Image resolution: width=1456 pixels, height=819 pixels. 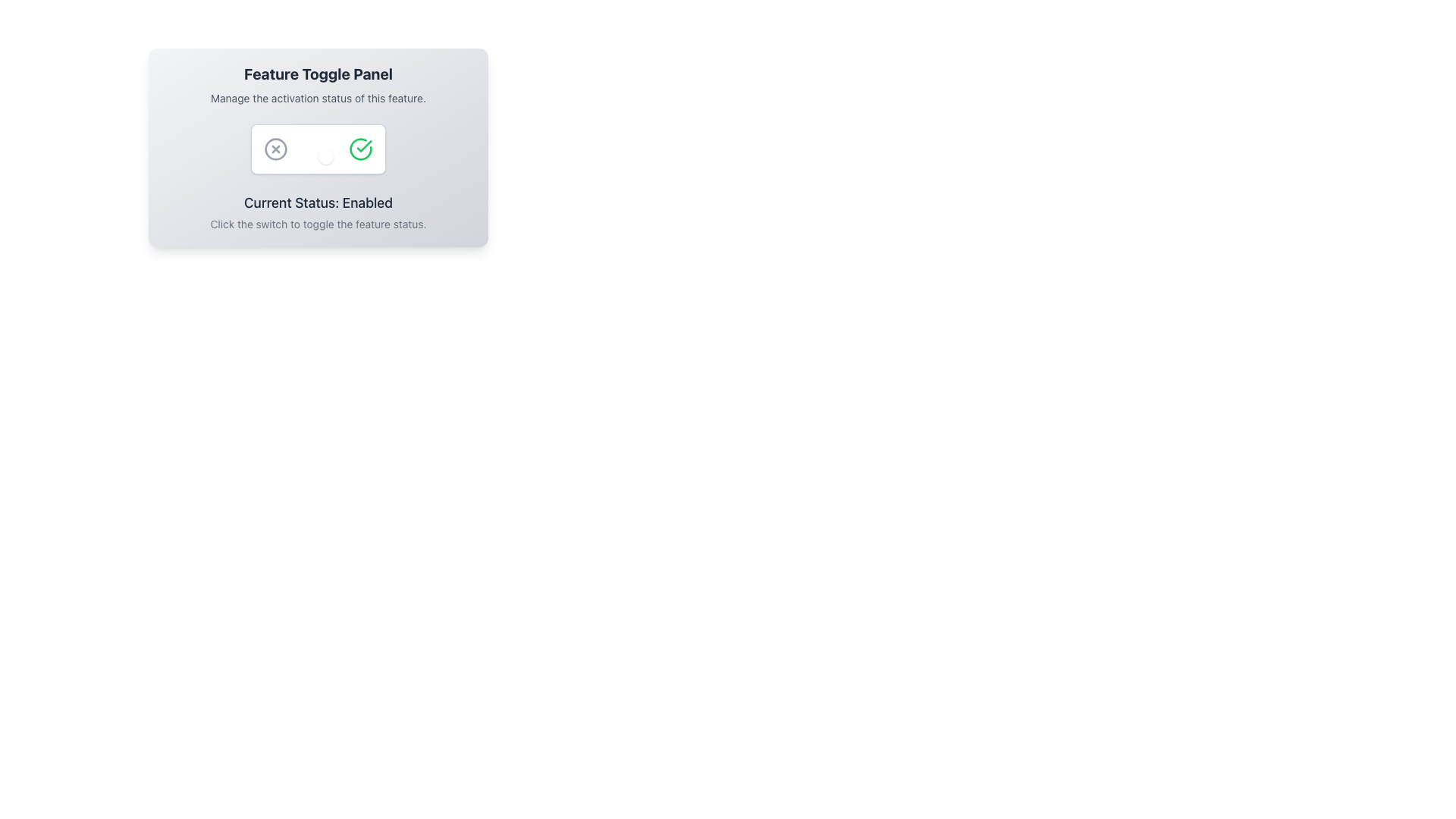 What do you see at coordinates (317, 202) in the screenshot?
I see `text label displaying 'Current Status: Enabled' to understand the status of the toggle switch` at bounding box center [317, 202].